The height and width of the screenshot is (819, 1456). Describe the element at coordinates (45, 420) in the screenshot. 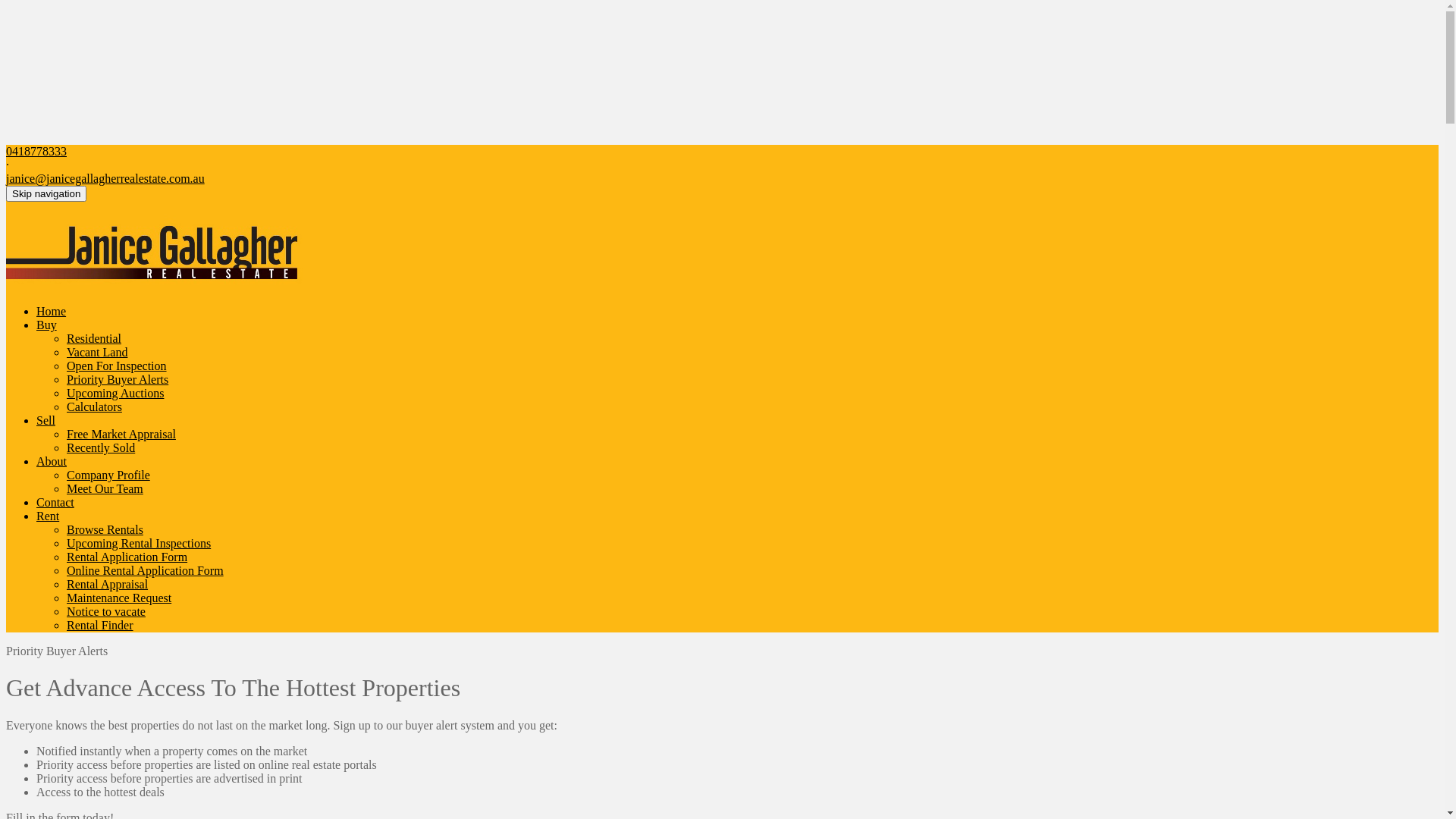

I see `'Sell'` at that location.